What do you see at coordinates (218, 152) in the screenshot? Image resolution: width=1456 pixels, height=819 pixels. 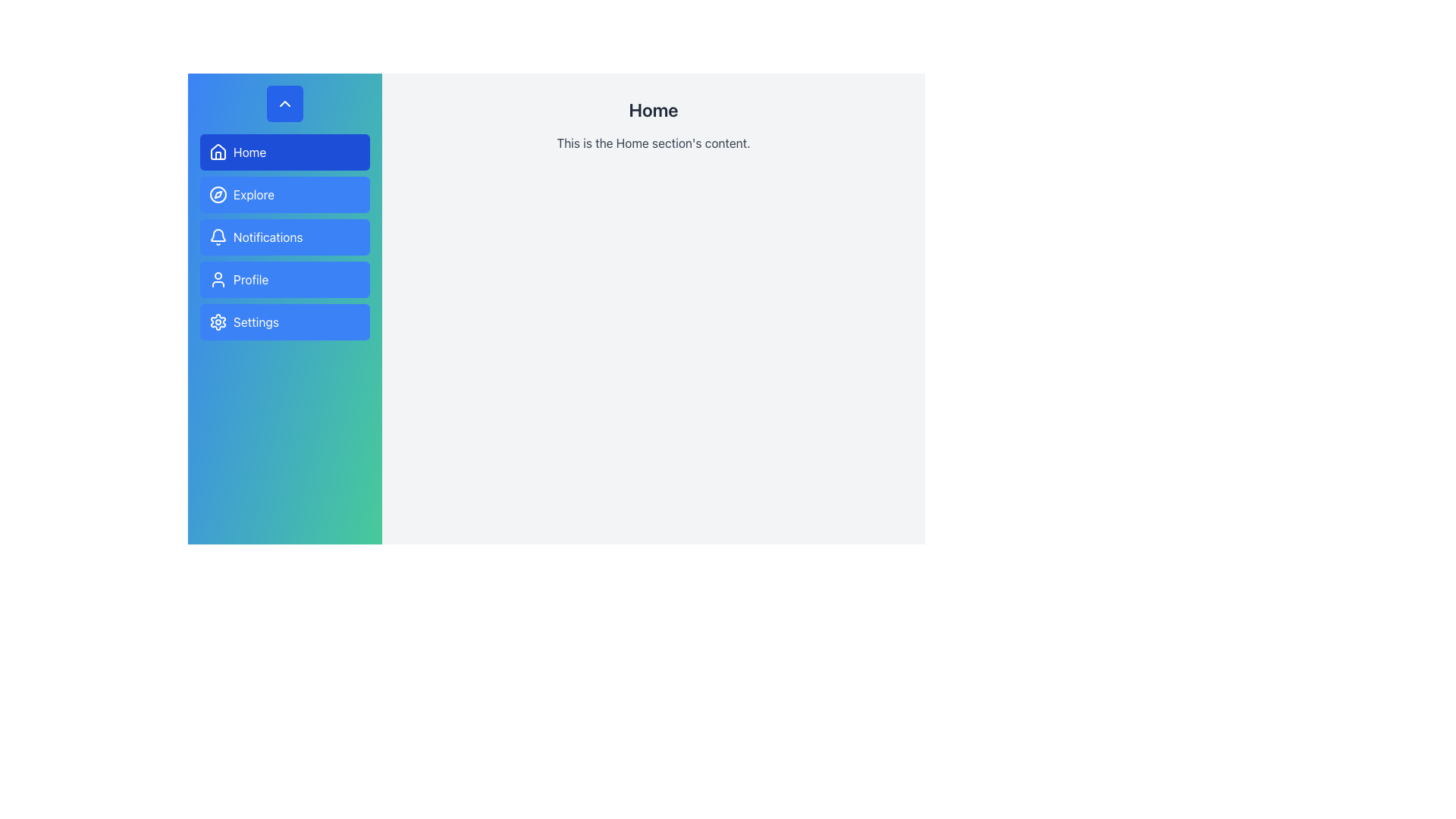 I see `the house icon located in the sidebar menu under the Home menu option` at bounding box center [218, 152].